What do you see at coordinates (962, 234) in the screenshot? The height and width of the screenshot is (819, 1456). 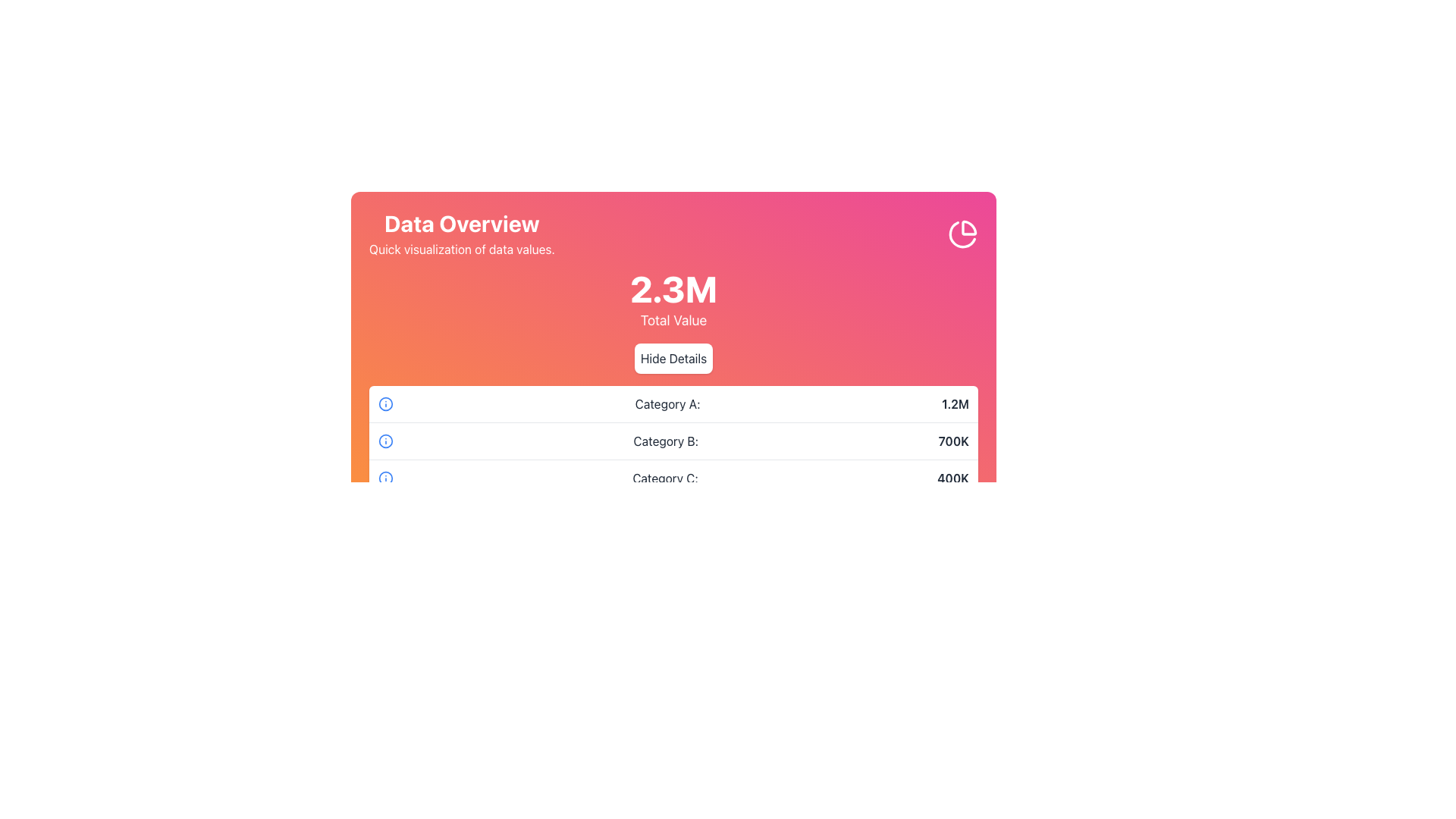 I see `the pie chart icon located on the far right side of the 'Data Overview' section header` at bounding box center [962, 234].